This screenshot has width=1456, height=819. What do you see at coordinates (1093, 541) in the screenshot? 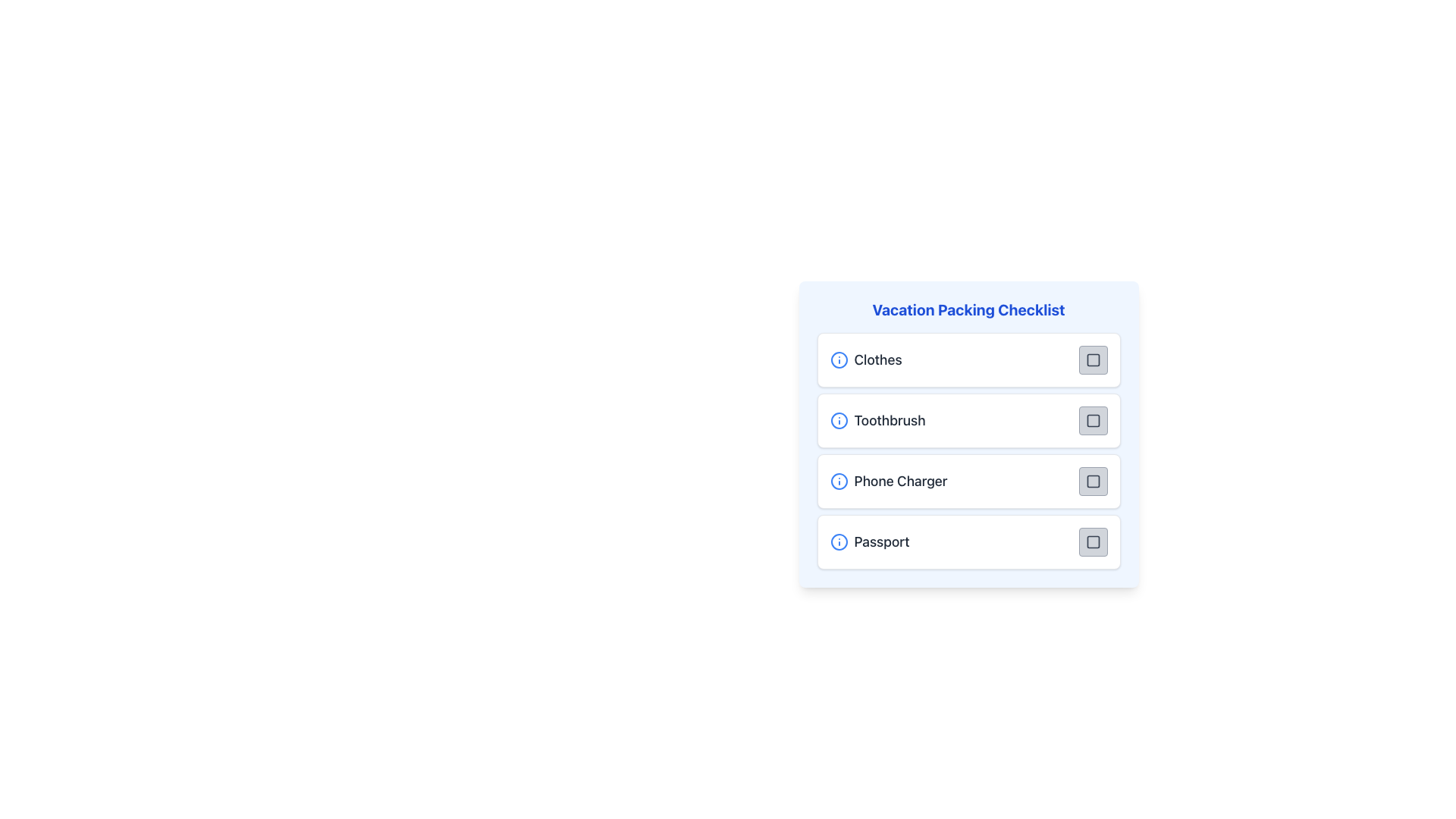
I see `the checkbox associated with the 'Passport' label` at bounding box center [1093, 541].